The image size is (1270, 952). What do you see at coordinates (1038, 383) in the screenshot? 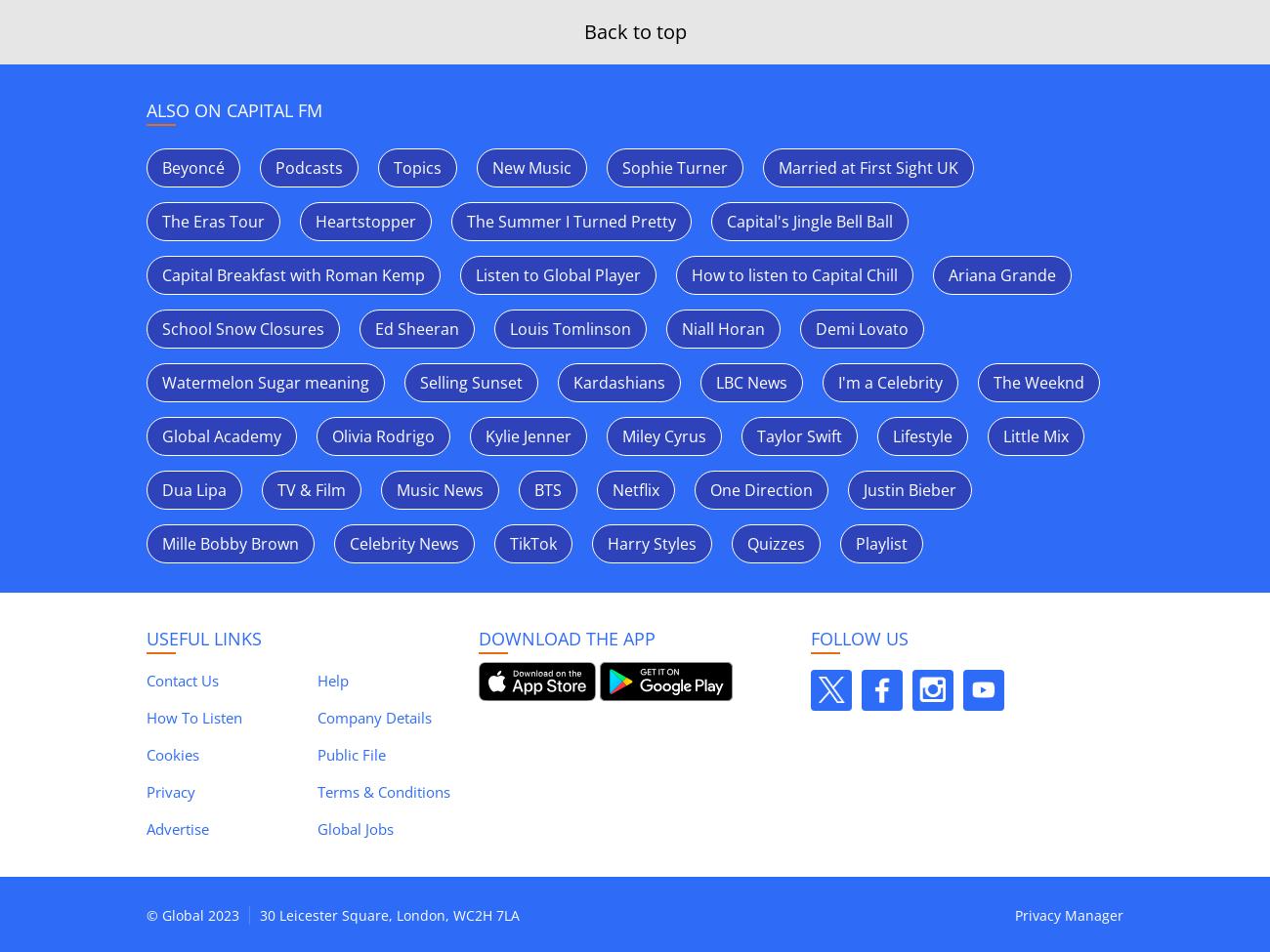
I see `'The Weeknd'` at bounding box center [1038, 383].